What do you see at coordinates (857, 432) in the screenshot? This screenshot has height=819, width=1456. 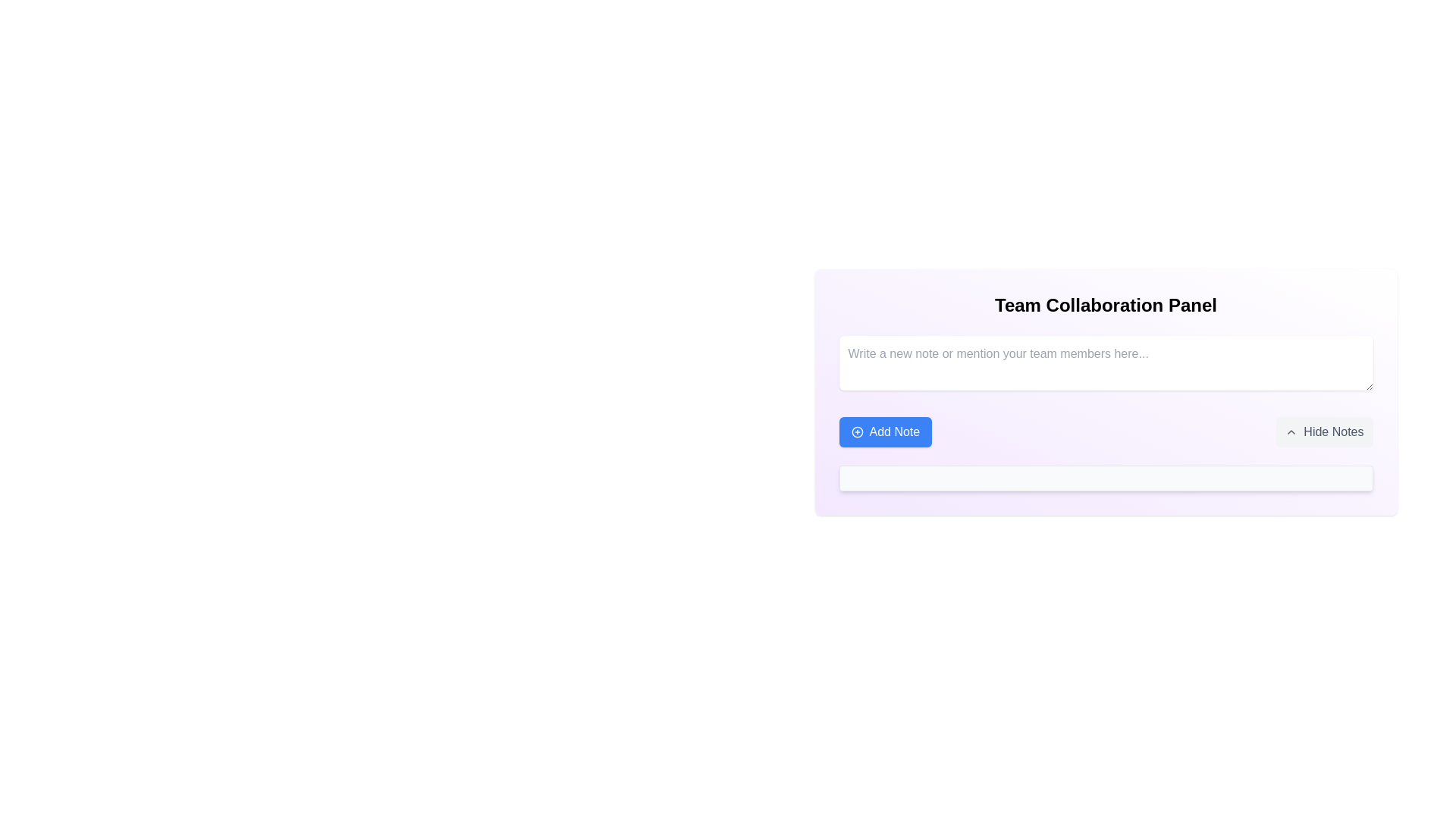 I see `the small circular icon with a plus sign inside, which has a blue border and is located to the left of the 'Add Note' text in the button` at bounding box center [857, 432].